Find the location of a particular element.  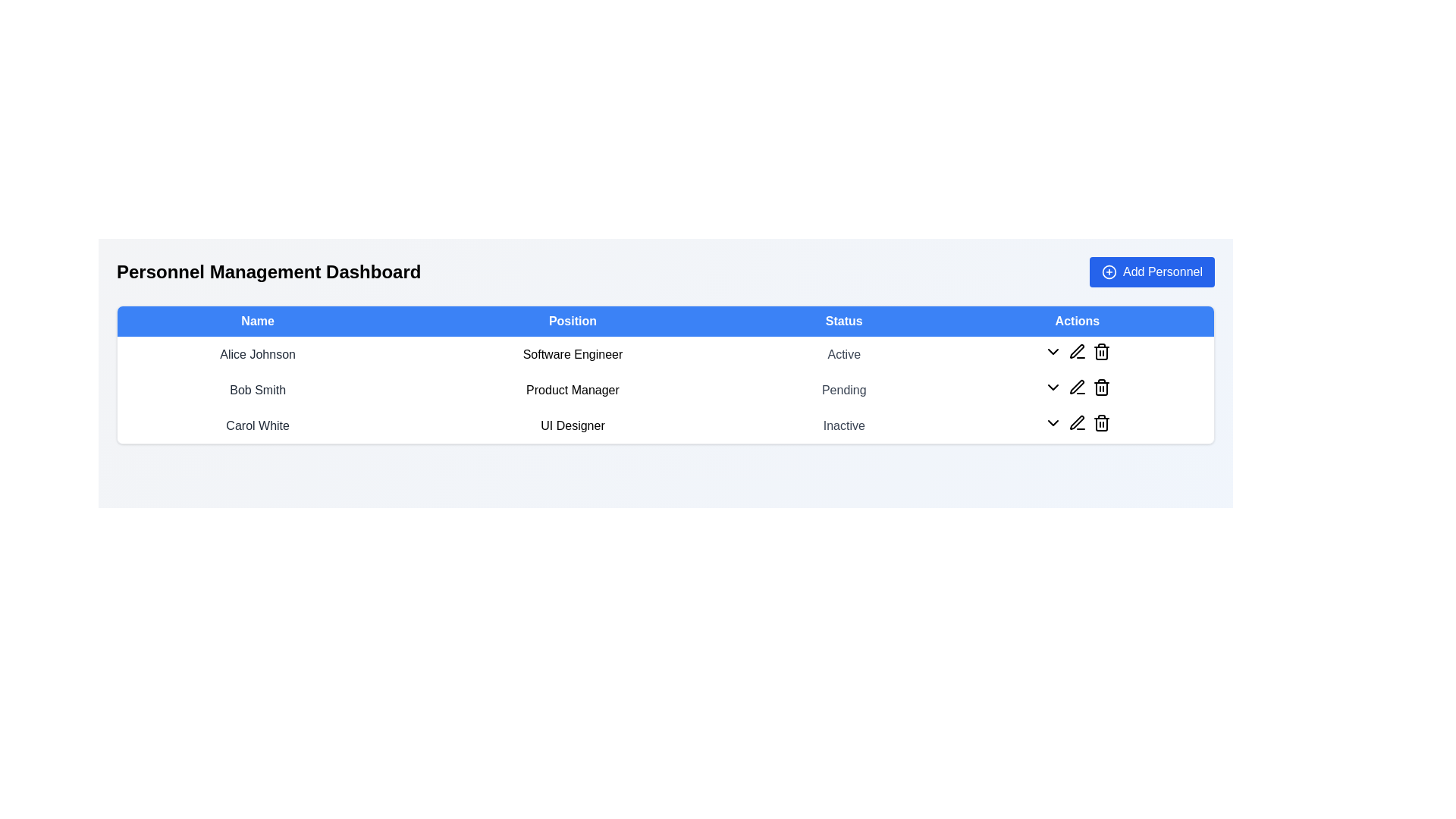

static text label displaying the status information for 'Carol White' in the 'Status' column, which indicates that the status is 'Inactive' is located at coordinates (843, 425).